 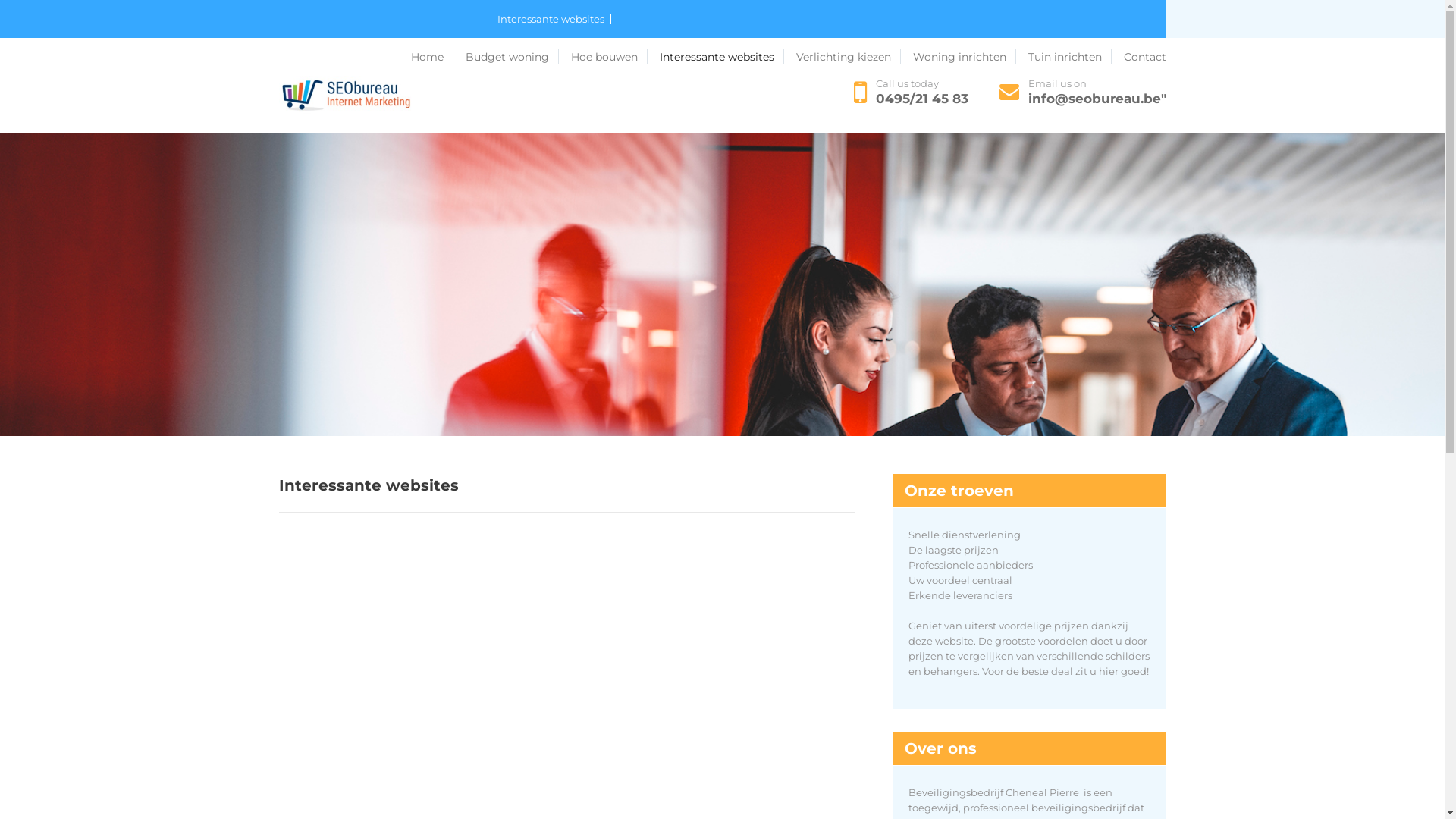 I want to click on 'Home', so click(x=298, y=56).